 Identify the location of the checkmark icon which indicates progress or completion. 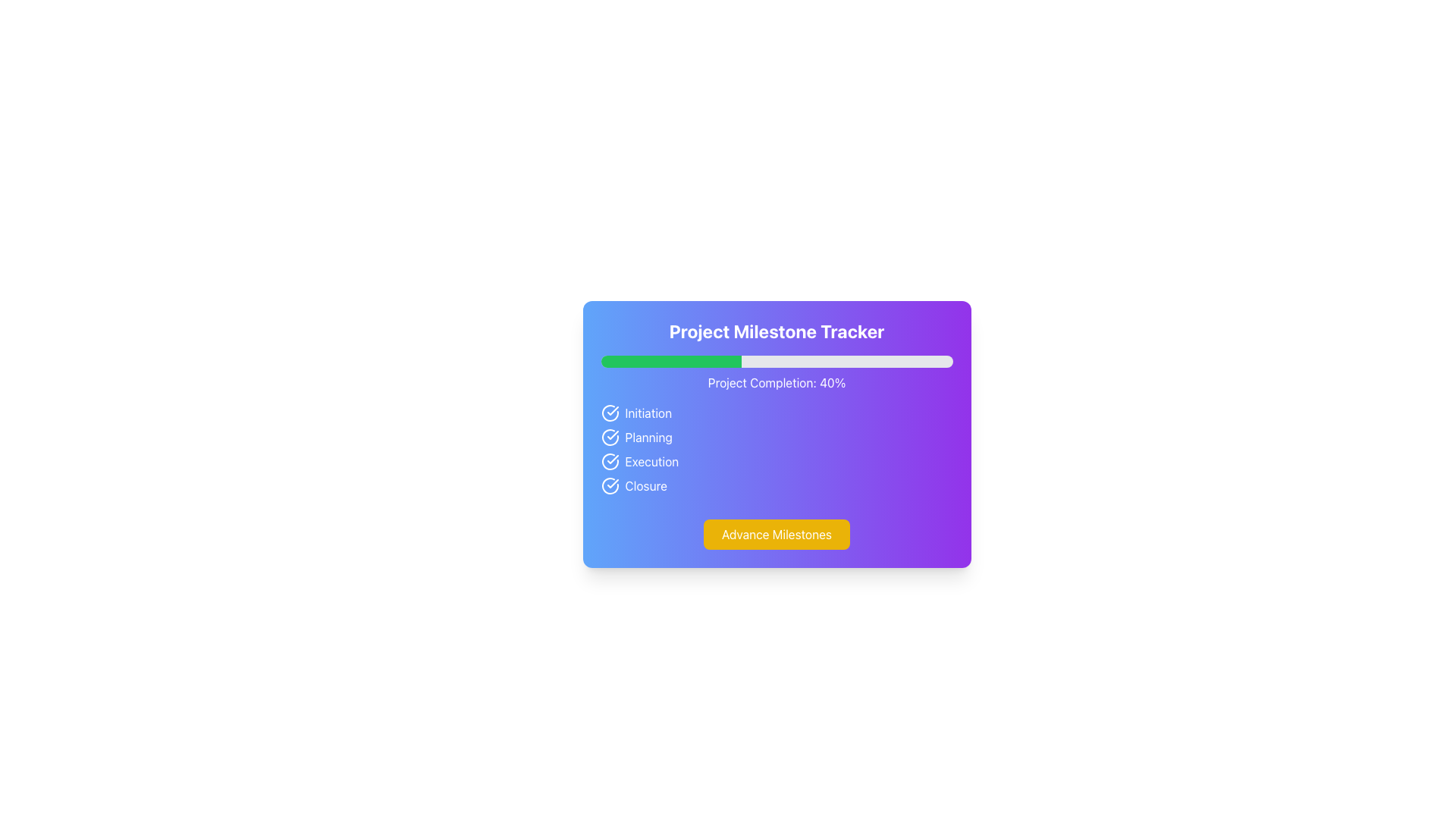
(612, 435).